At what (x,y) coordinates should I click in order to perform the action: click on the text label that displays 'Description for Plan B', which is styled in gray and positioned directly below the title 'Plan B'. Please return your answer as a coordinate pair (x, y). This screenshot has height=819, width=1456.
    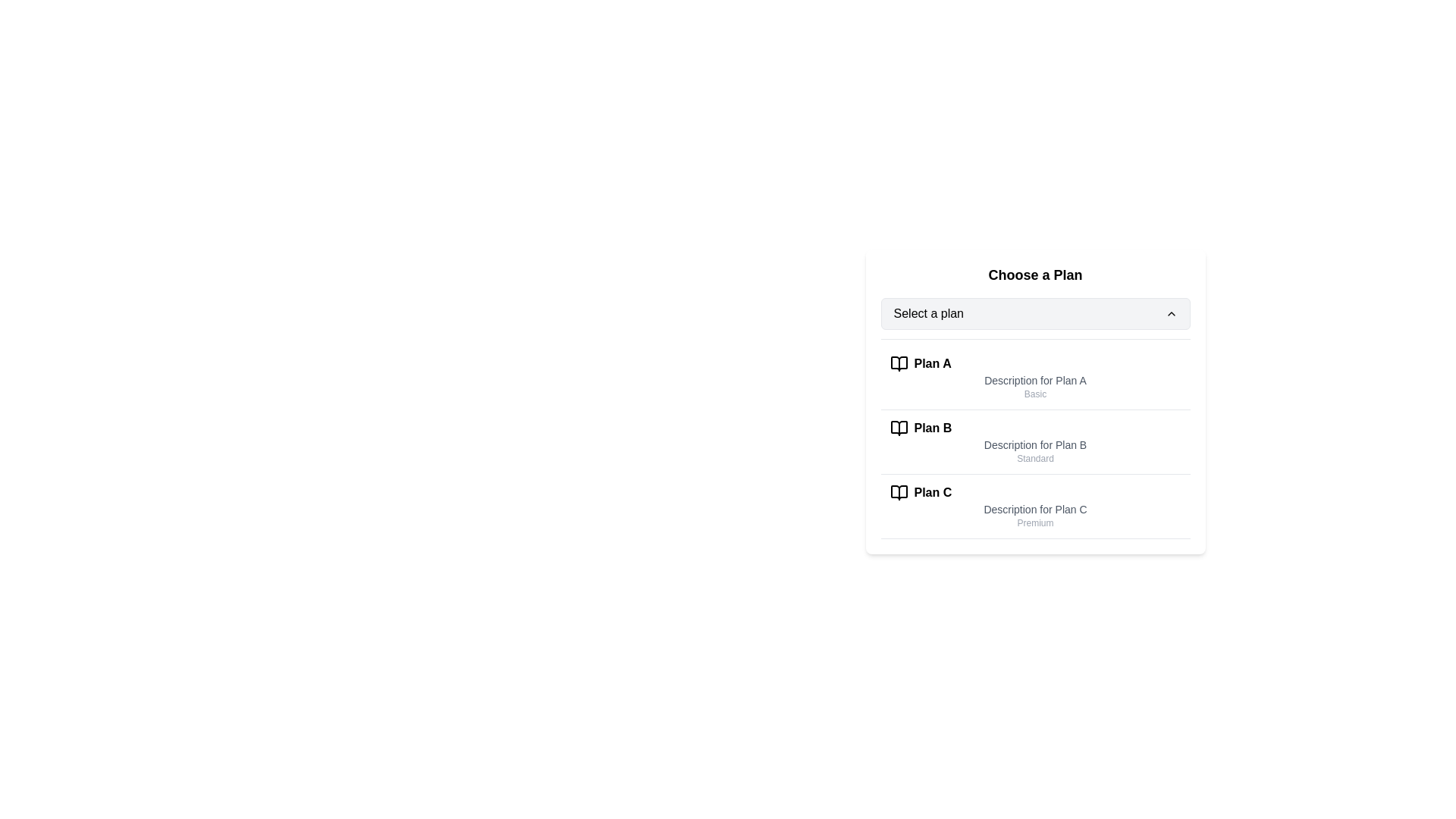
    Looking at the image, I should click on (1034, 444).